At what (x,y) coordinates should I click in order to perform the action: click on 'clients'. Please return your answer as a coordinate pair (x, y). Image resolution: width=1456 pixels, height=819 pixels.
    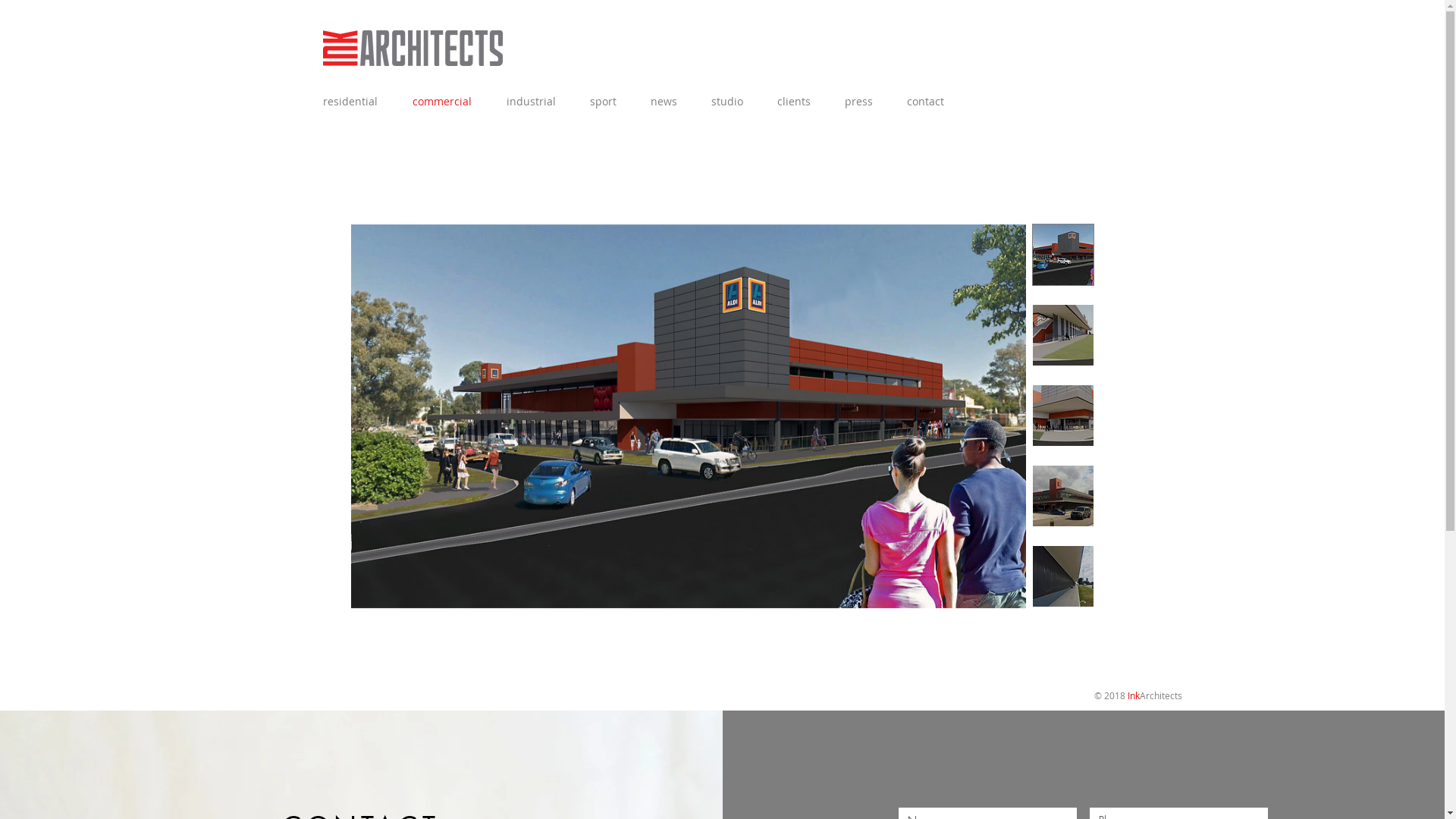
    Looking at the image, I should click on (799, 101).